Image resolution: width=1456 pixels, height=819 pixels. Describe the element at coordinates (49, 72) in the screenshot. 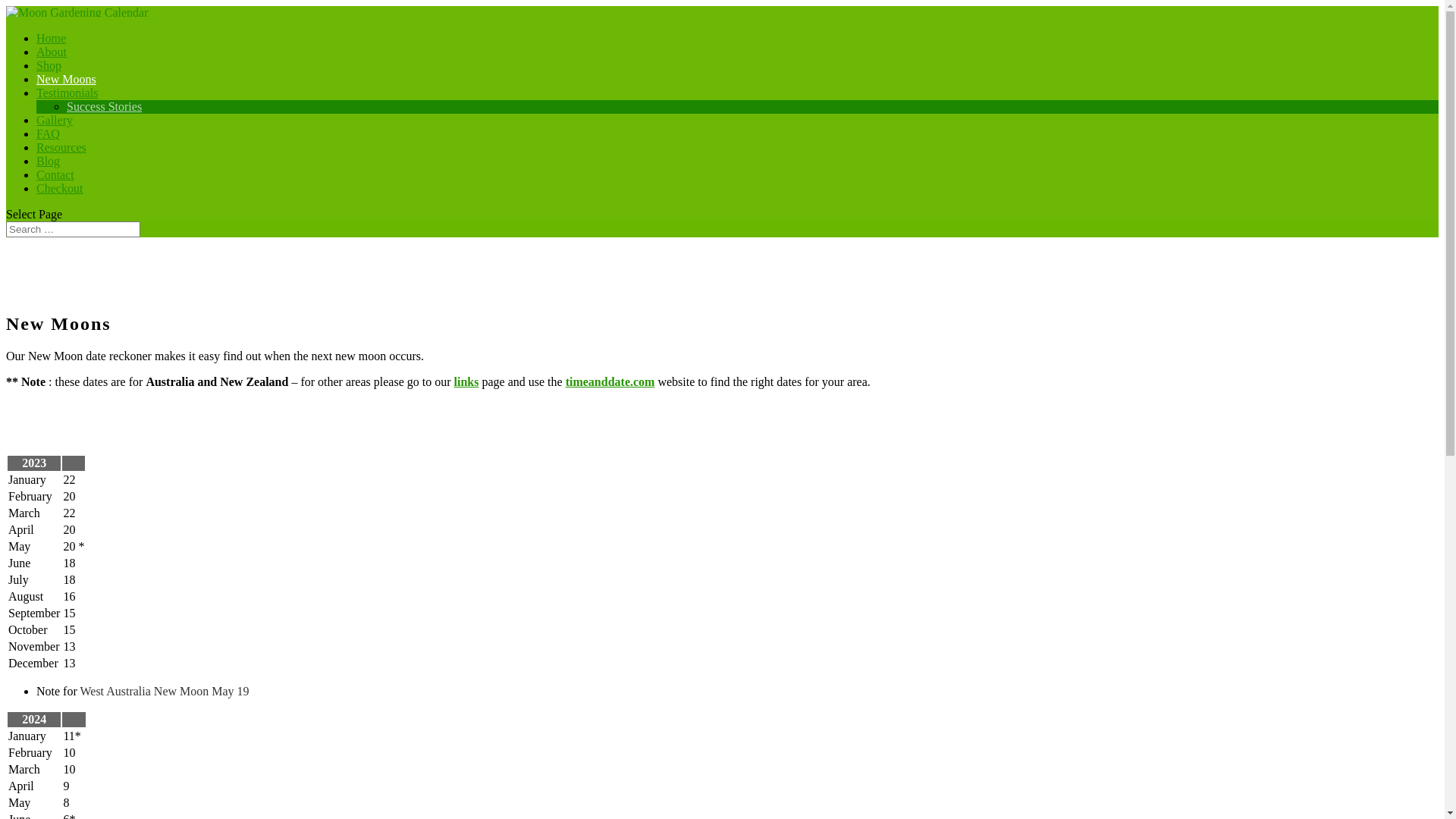

I see `'Shop'` at that location.